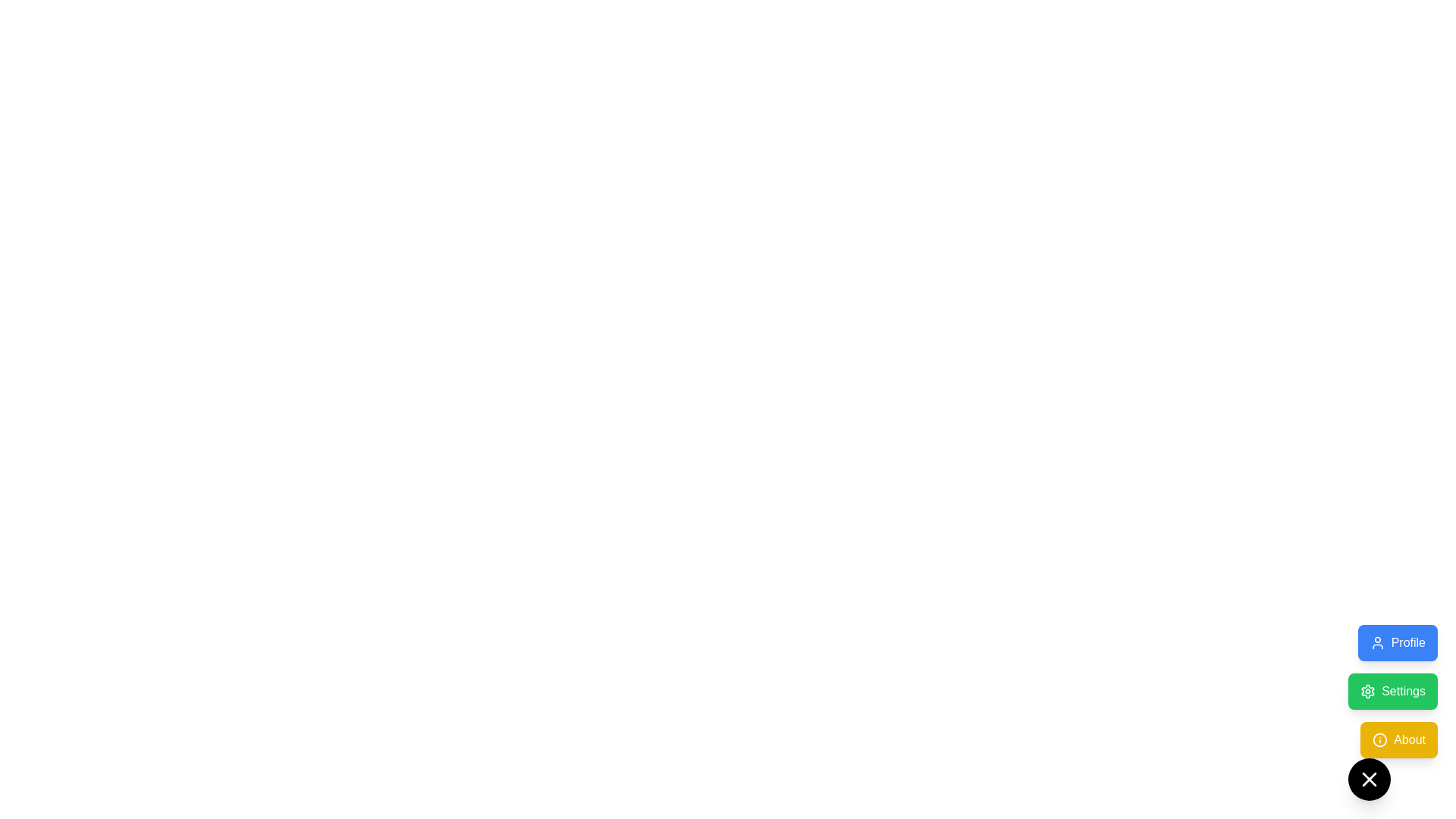 The image size is (1456, 819). Describe the element at coordinates (1407, 643) in the screenshot. I see `the 'Profile' text label within the blue button for accessibility navigation` at that location.